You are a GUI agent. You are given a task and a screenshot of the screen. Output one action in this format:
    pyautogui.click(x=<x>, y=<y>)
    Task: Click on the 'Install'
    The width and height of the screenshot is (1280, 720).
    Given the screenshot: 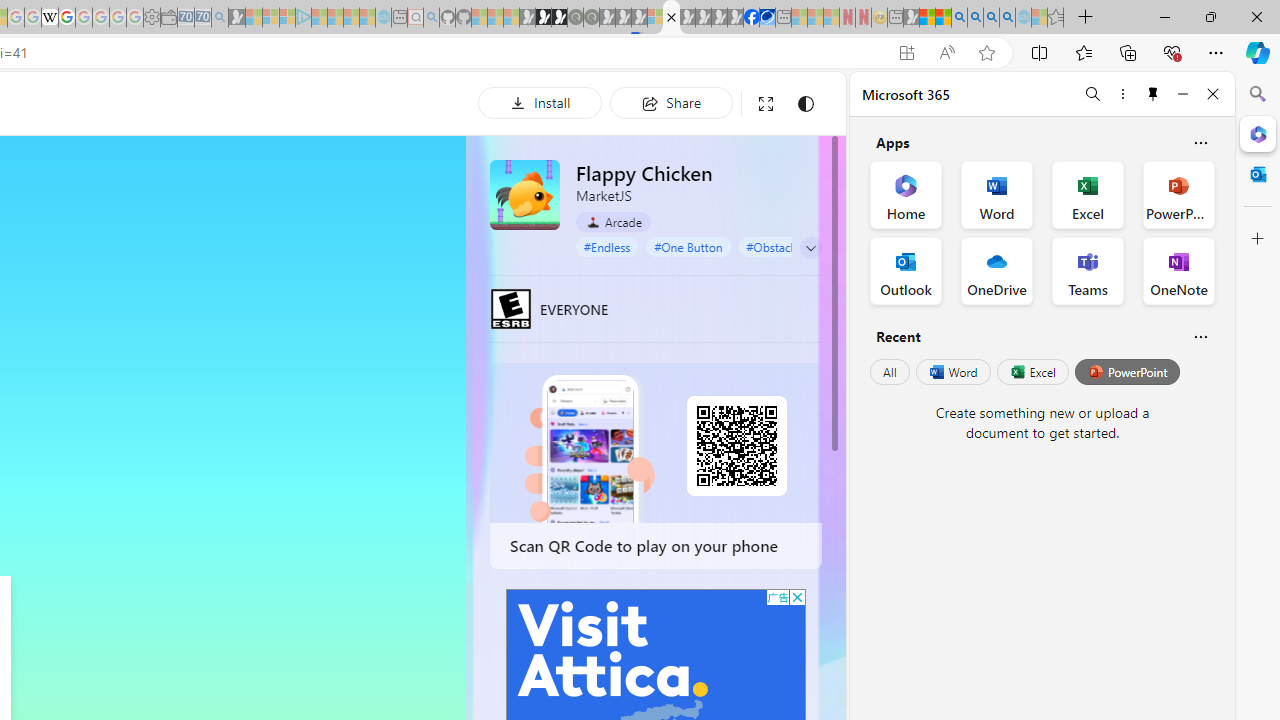 What is the action you would take?
    pyautogui.click(x=540, y=102)
    